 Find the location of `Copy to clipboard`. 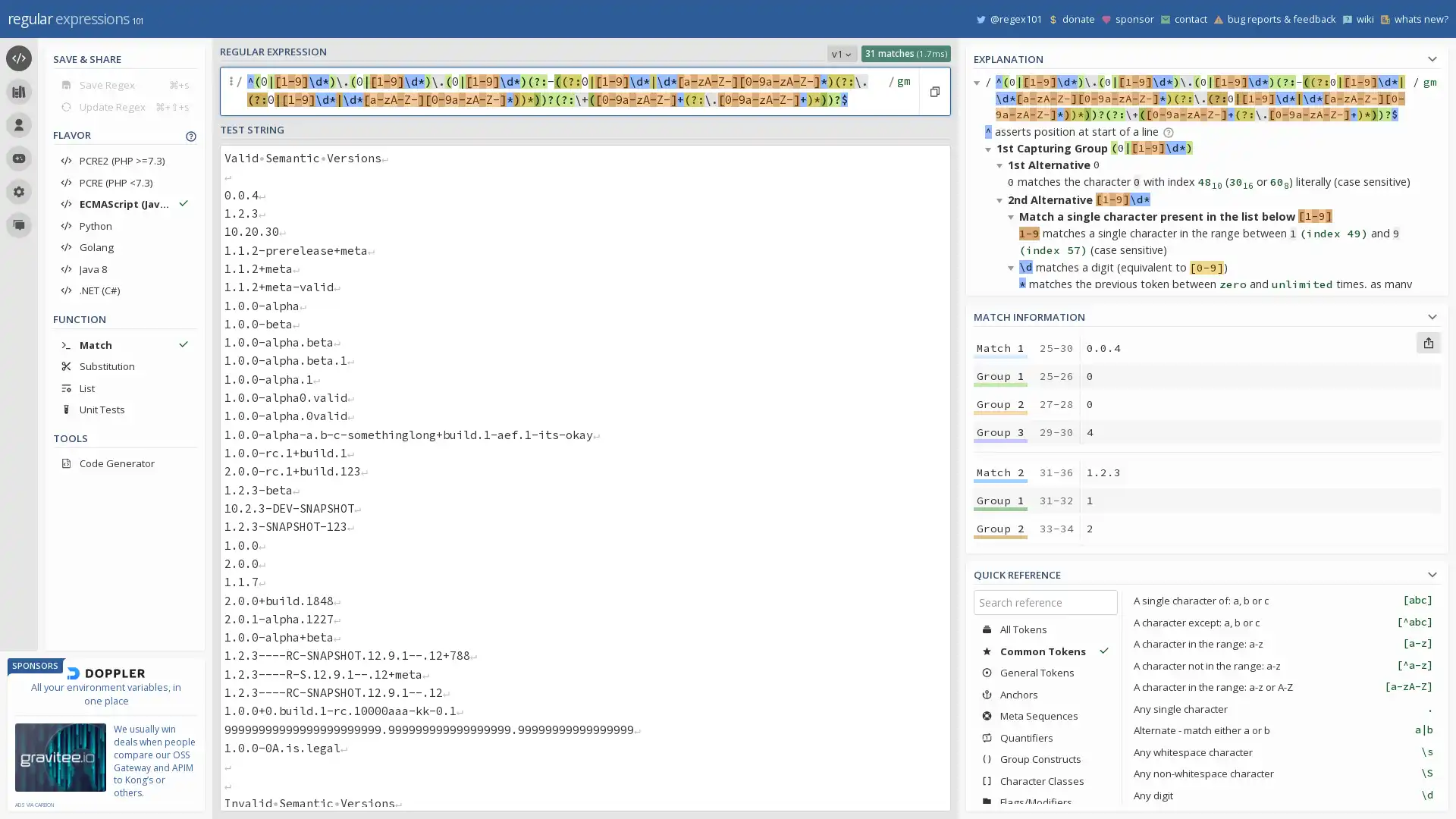

Copy to clipboard is located at coordinates (934, 91).